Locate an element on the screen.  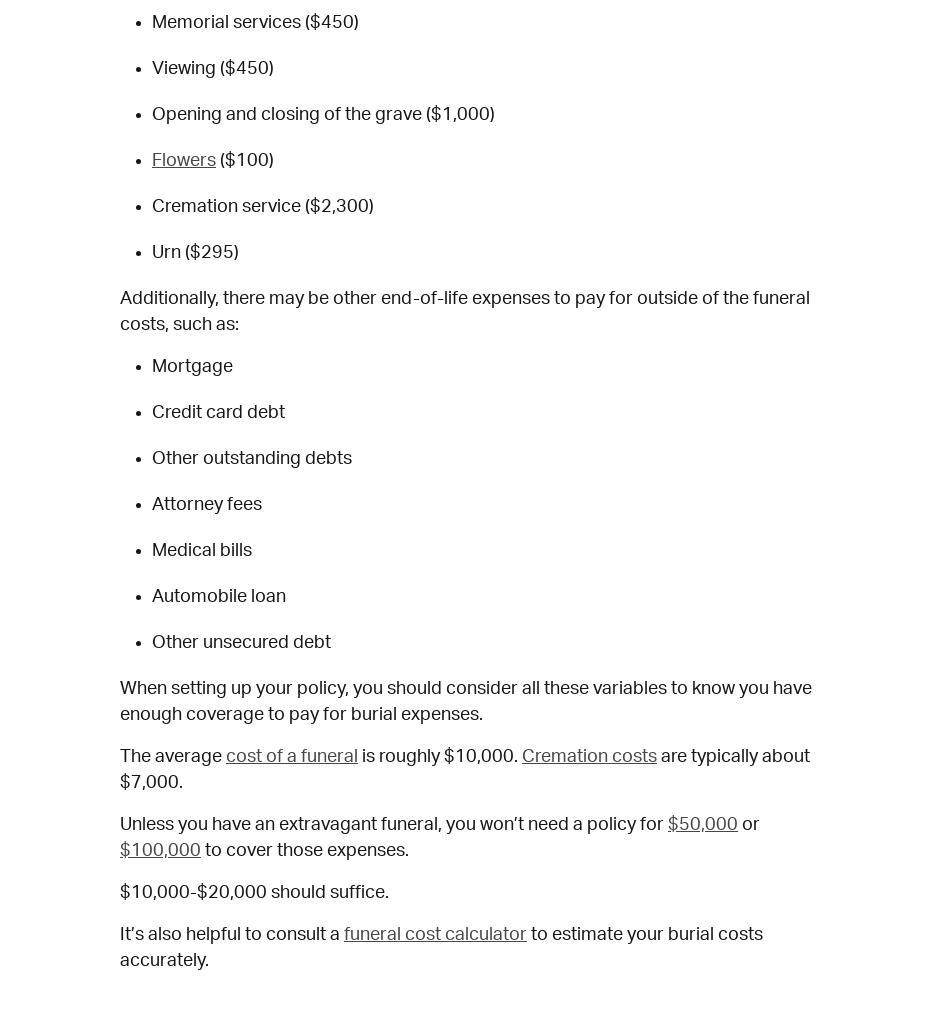
'It’s also helpful to consult a' is located at coordinates (231, 934).